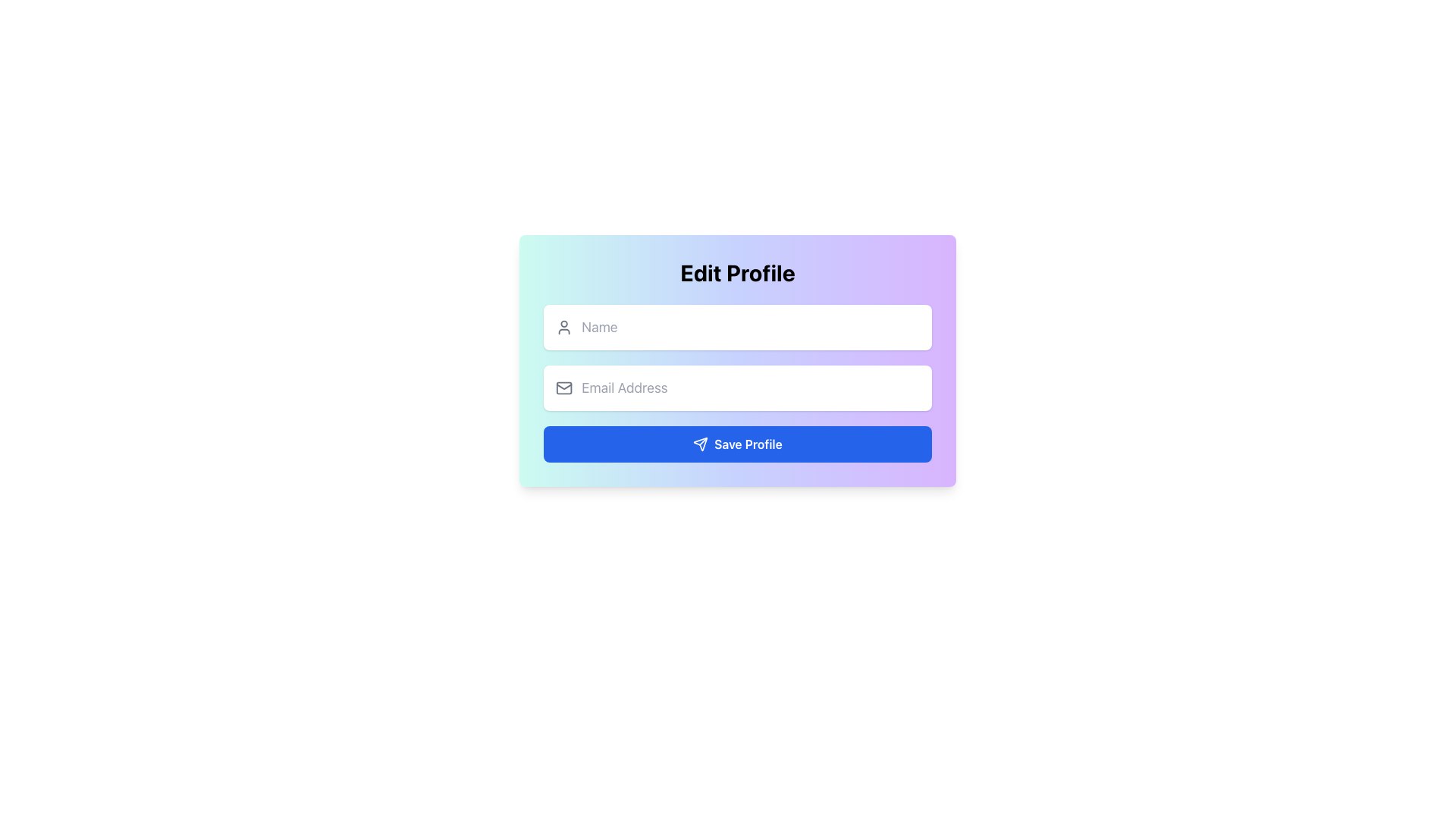  I want to click on the save button containing the blue arrow icon, which is part of the 'Save Profile' label at the bottom of the component, so click(700, 444).